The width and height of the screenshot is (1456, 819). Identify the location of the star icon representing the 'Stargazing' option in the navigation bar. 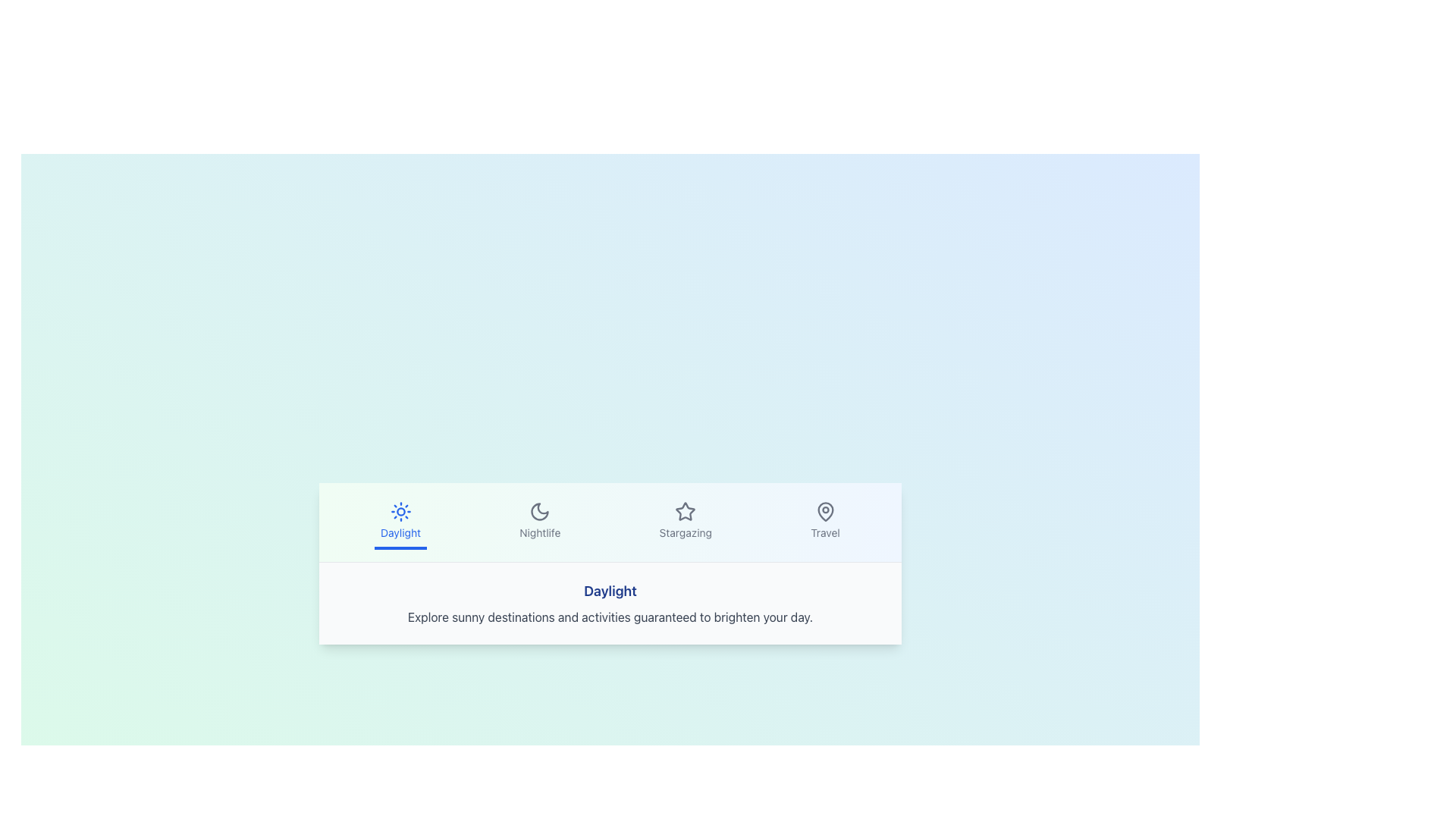
(685, 511).